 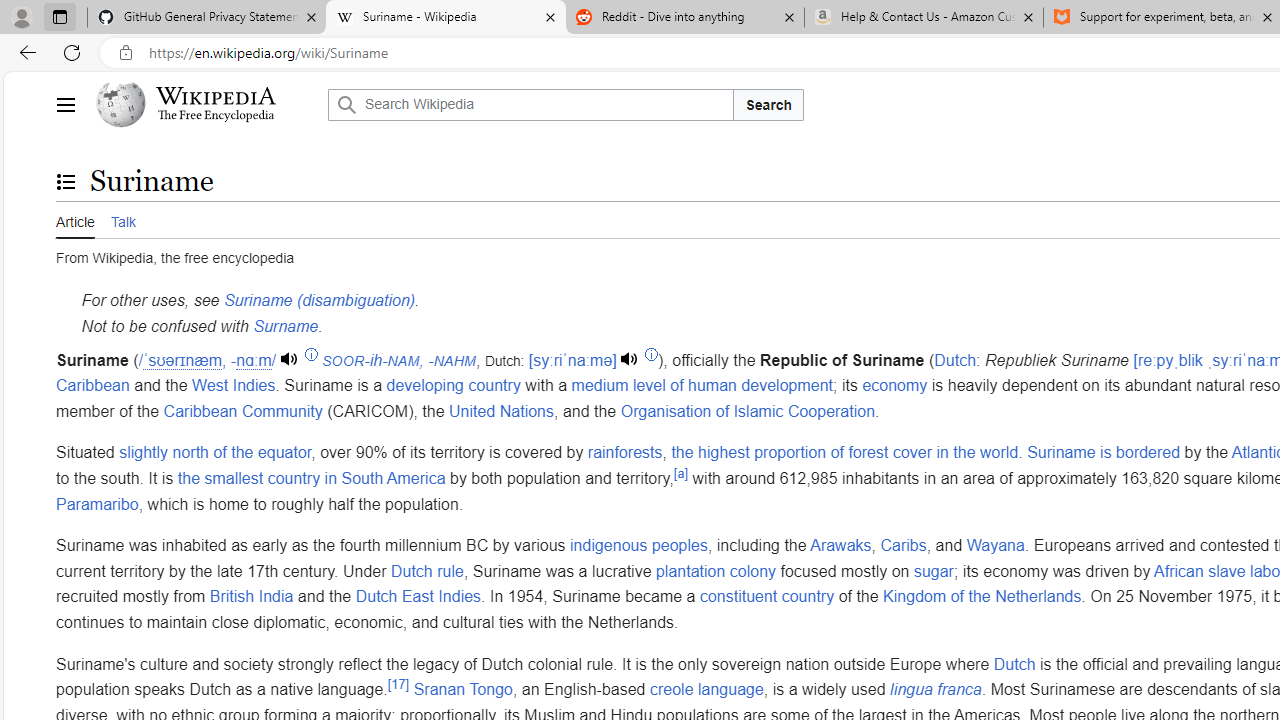 What do you see at coordinates (680, 473) in the screenshot?
I see `'[a]'` at bounding box center [680, 473].